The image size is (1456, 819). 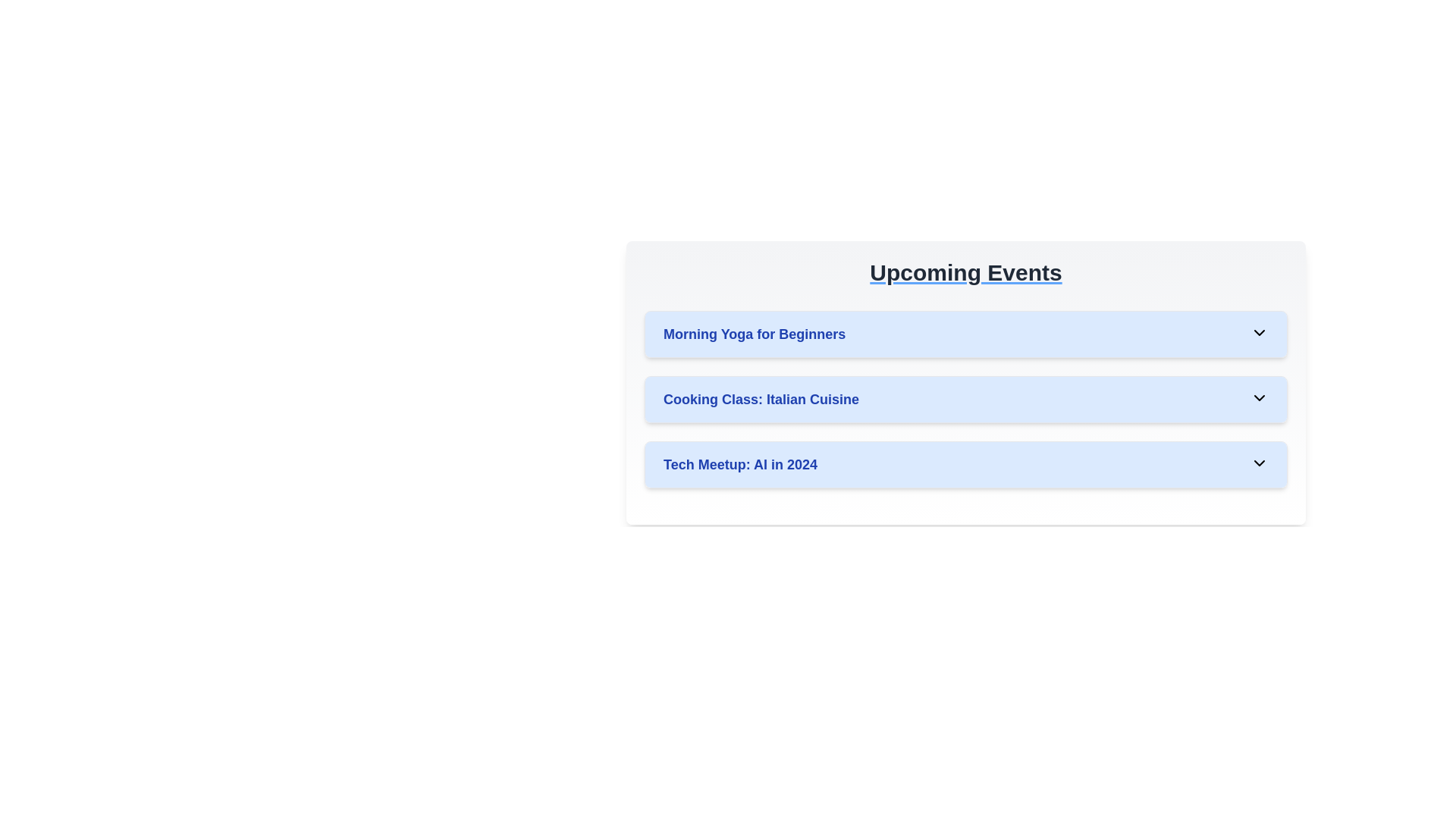 I want to click on the dropdown indicator icon located to the right of 'Cooking Class: Italian Cuisine', so click(x=1259, y=397).